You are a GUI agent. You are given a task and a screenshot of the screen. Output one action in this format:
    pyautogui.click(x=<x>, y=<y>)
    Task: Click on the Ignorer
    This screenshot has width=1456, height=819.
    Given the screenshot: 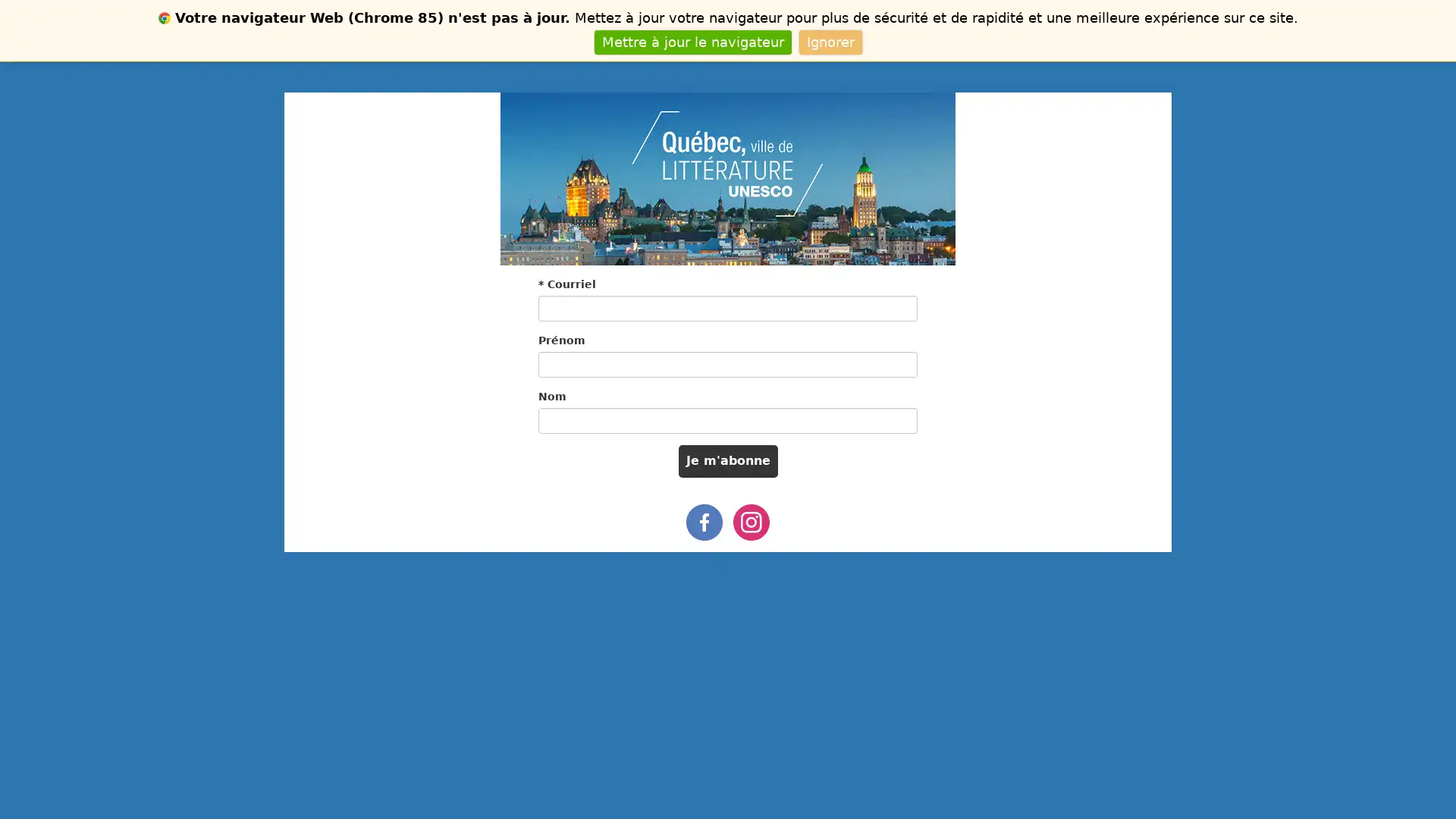 What is the action you would take?
    pyautogui.click(x=829, y=41)
    